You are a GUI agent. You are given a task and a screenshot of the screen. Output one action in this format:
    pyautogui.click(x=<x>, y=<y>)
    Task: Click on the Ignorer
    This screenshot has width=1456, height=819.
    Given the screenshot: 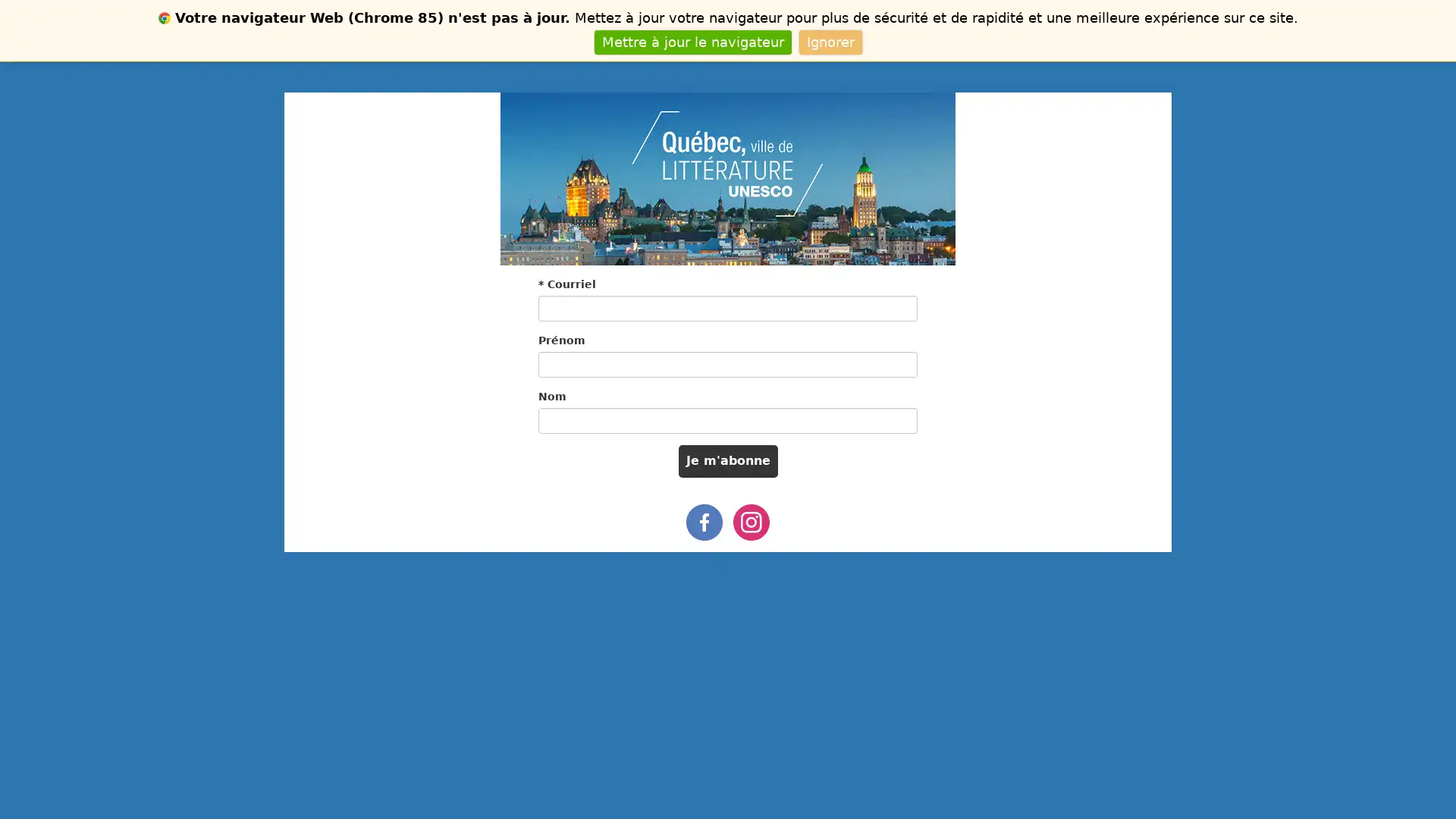 What is the action you would take?
    pyautogui.click(x=829, y=41)
    